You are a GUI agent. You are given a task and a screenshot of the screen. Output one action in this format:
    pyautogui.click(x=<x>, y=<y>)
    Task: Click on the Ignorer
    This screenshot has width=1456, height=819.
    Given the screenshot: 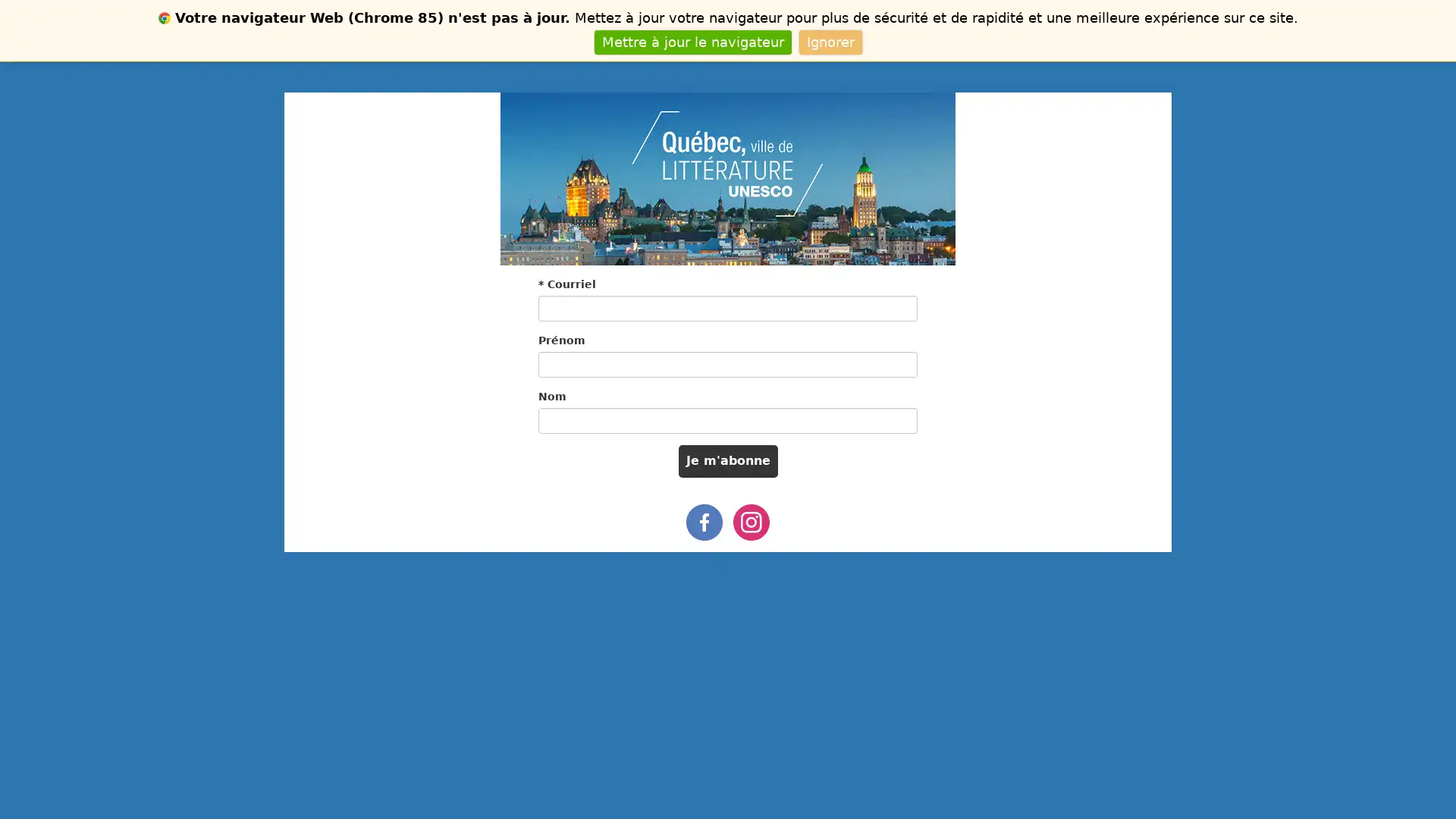 What is the action you would take?
    pyautogui.click(x=829, y=41)
    